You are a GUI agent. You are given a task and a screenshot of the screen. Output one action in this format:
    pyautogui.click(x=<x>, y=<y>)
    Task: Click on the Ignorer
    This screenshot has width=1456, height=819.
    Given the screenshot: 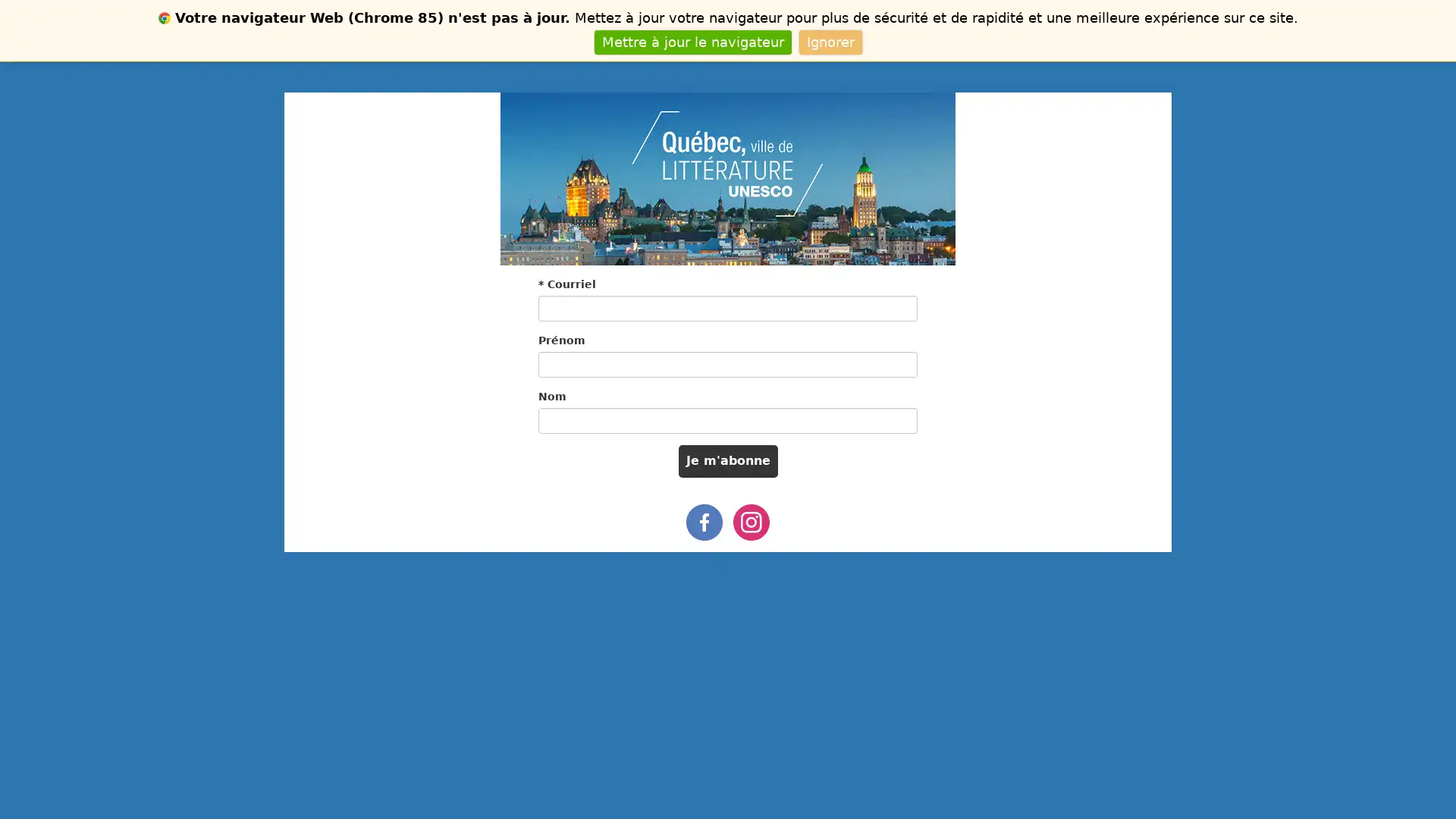 What is the action you would take?
    pyautogui.click(x=829, y=41)
    